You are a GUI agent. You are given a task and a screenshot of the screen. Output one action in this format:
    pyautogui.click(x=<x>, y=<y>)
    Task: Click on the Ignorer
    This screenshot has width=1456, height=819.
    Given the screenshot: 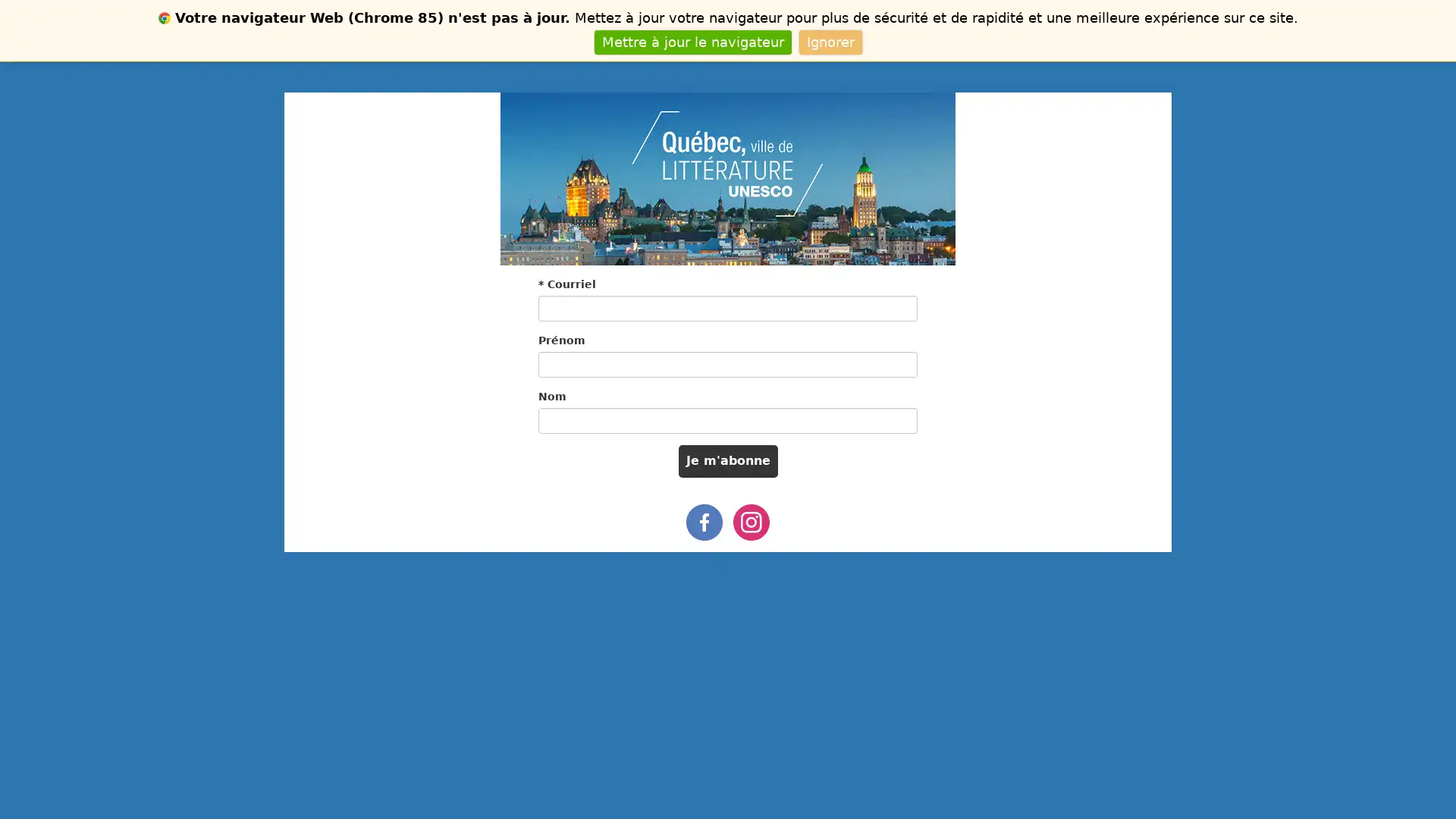 What is the action you would take?
    pyautogui.click(x=829, y=41)
    